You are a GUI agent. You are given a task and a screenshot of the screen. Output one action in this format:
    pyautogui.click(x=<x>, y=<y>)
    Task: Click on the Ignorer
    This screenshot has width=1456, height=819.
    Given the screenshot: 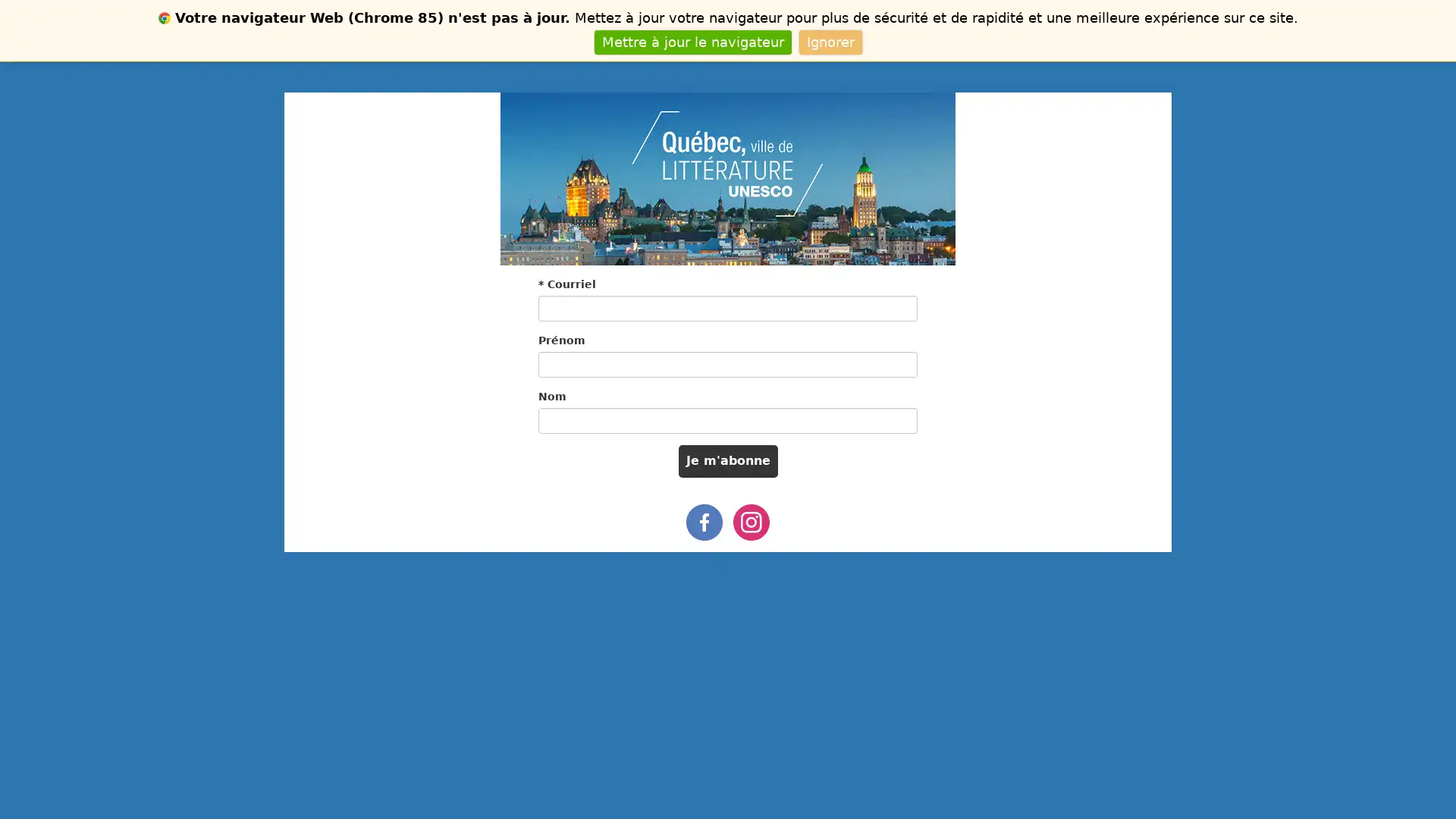 What is the action you would take?
    pyautogui.click(x=829, y=41)
    